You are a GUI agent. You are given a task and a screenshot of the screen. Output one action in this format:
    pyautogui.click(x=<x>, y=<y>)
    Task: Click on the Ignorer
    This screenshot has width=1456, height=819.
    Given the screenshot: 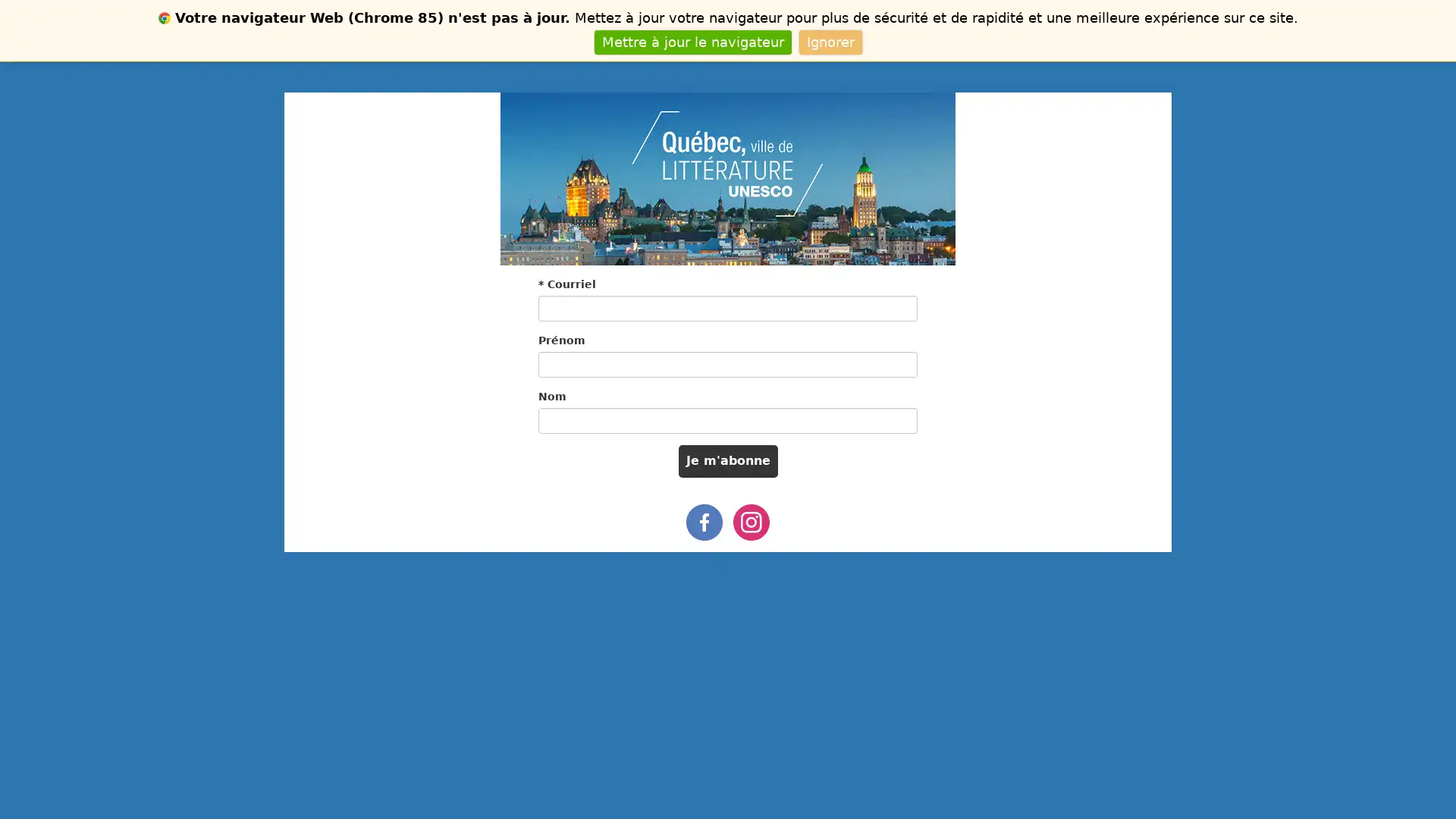 What is the action you would take?
    pyautogui.click(x=829, y=41)
    